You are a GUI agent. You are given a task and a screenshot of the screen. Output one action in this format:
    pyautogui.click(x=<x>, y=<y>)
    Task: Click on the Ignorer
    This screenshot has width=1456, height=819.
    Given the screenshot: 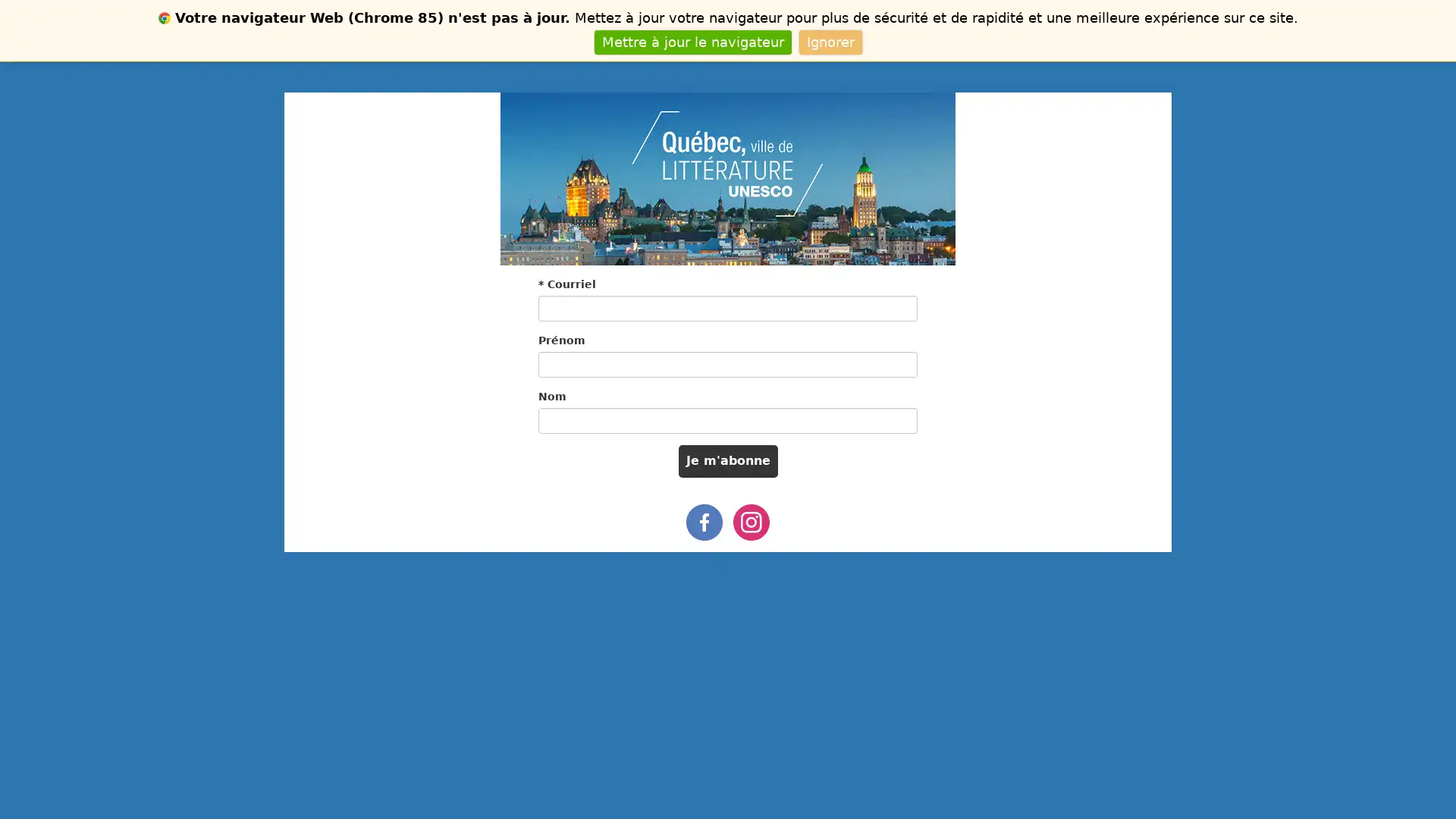 What is the action you would take?
    pyautogui.click(x=829, y=41)
    